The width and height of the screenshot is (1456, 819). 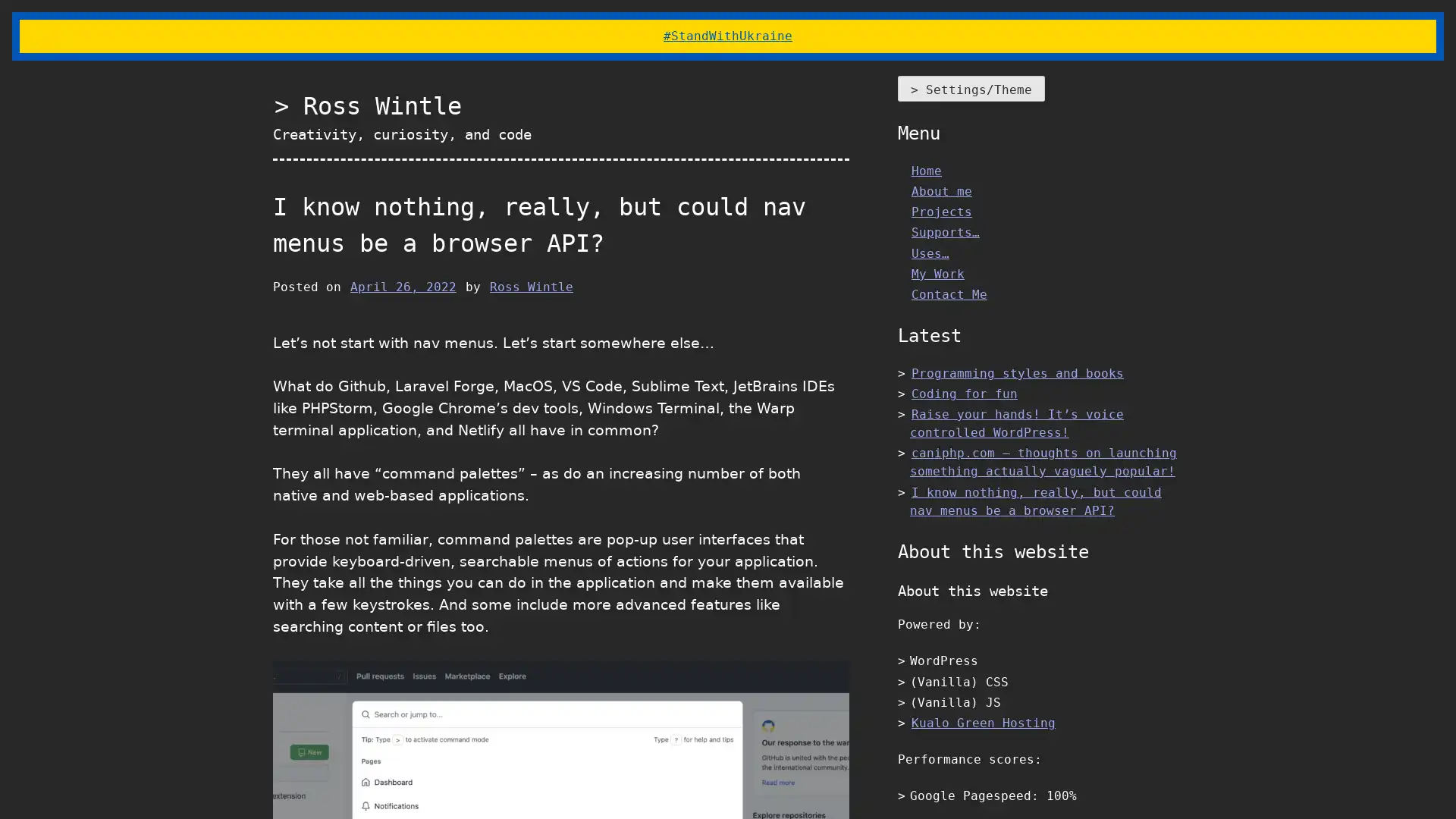 What do you see at coordinates (971, 88) in the screenshot?
I see `> Settings/Theme` at bounding box center [971, 88].